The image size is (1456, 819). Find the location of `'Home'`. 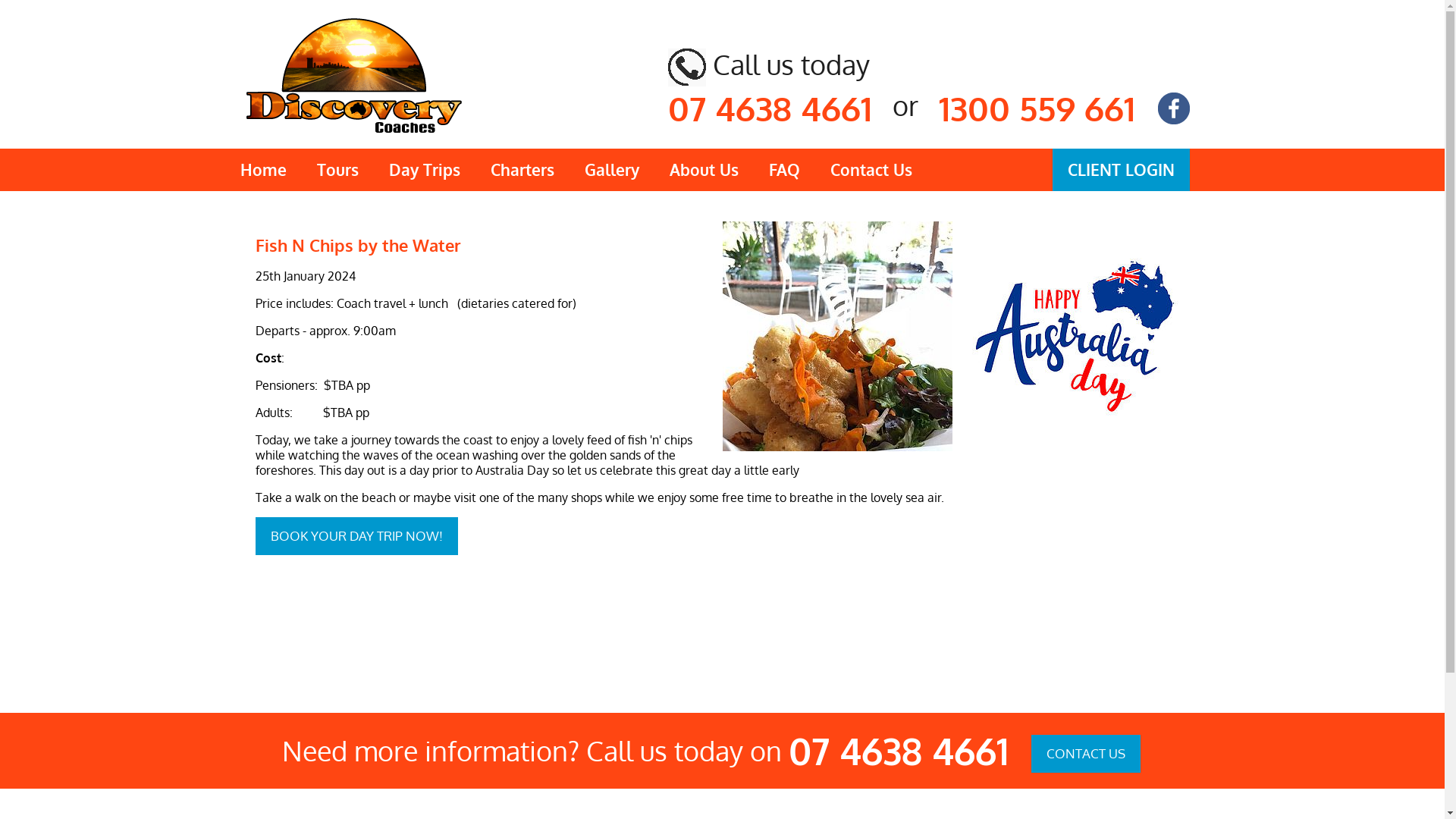

'Home' is located at coordinates (262, 169).